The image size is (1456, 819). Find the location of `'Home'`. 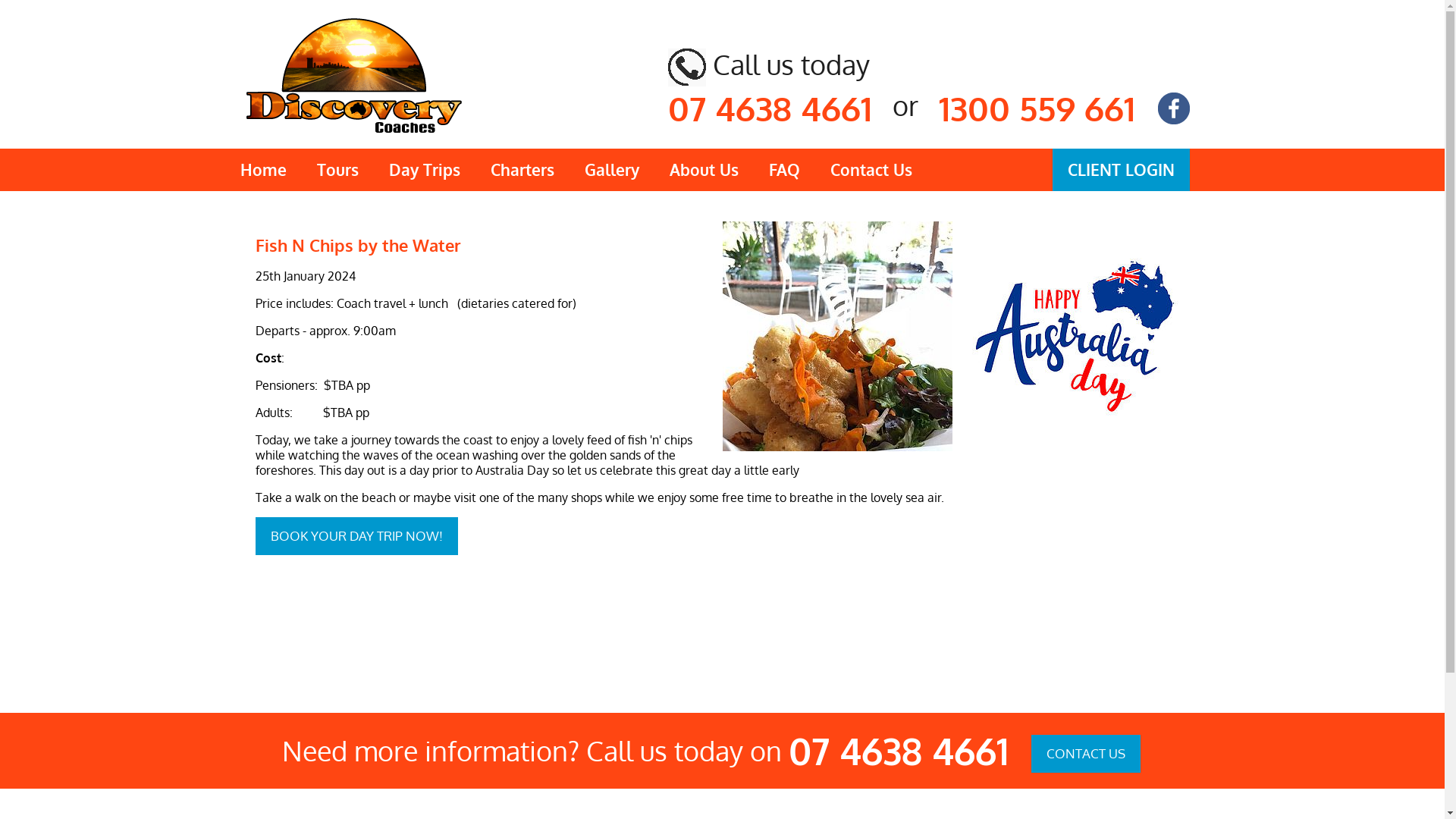

'Home' is located at coordinates (262, 169).